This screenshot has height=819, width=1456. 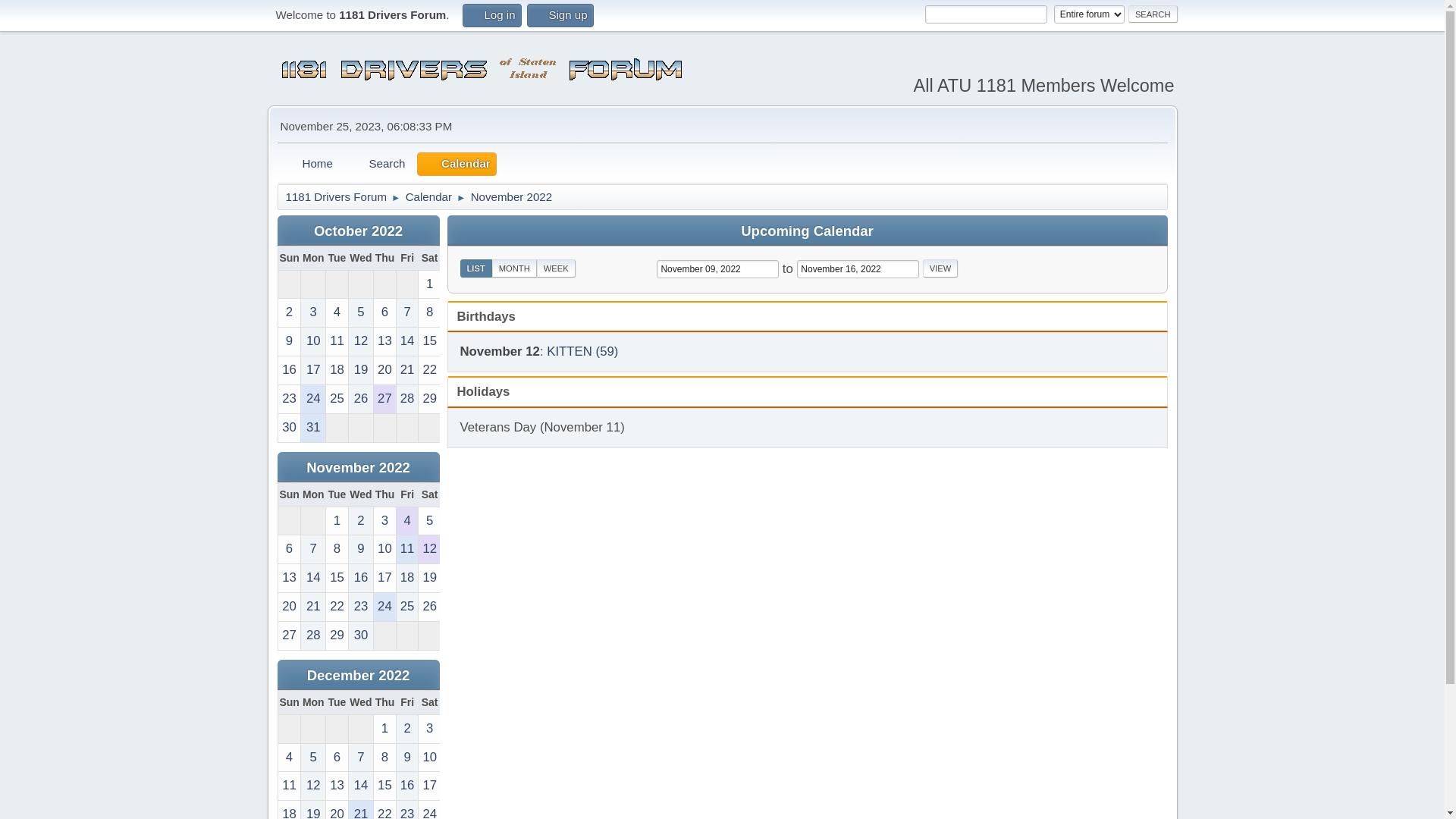 I want to click on '1', so click(x=336, y=520).